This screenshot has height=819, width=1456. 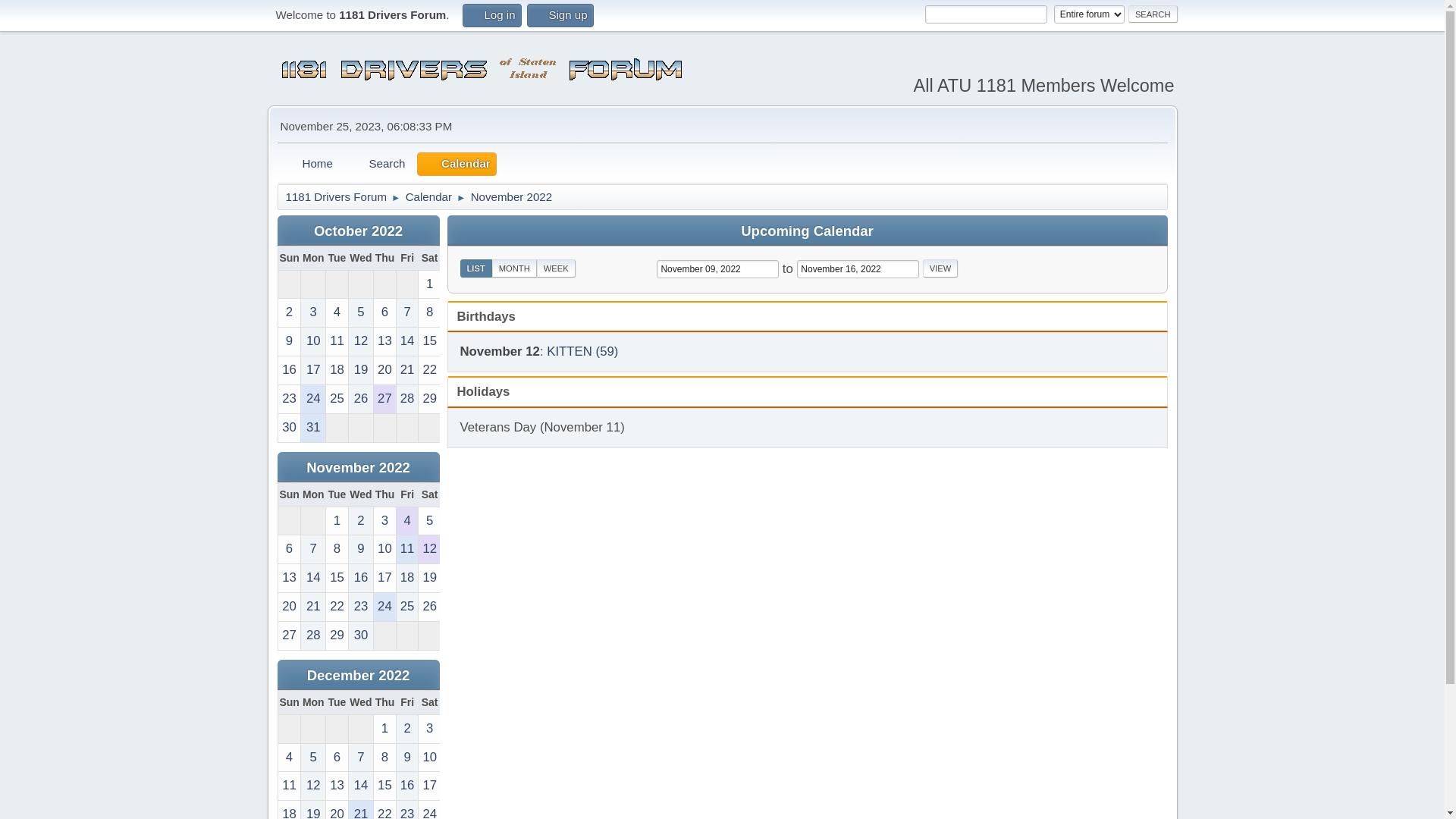 I want to click on '1', so click(x=336, y=520).